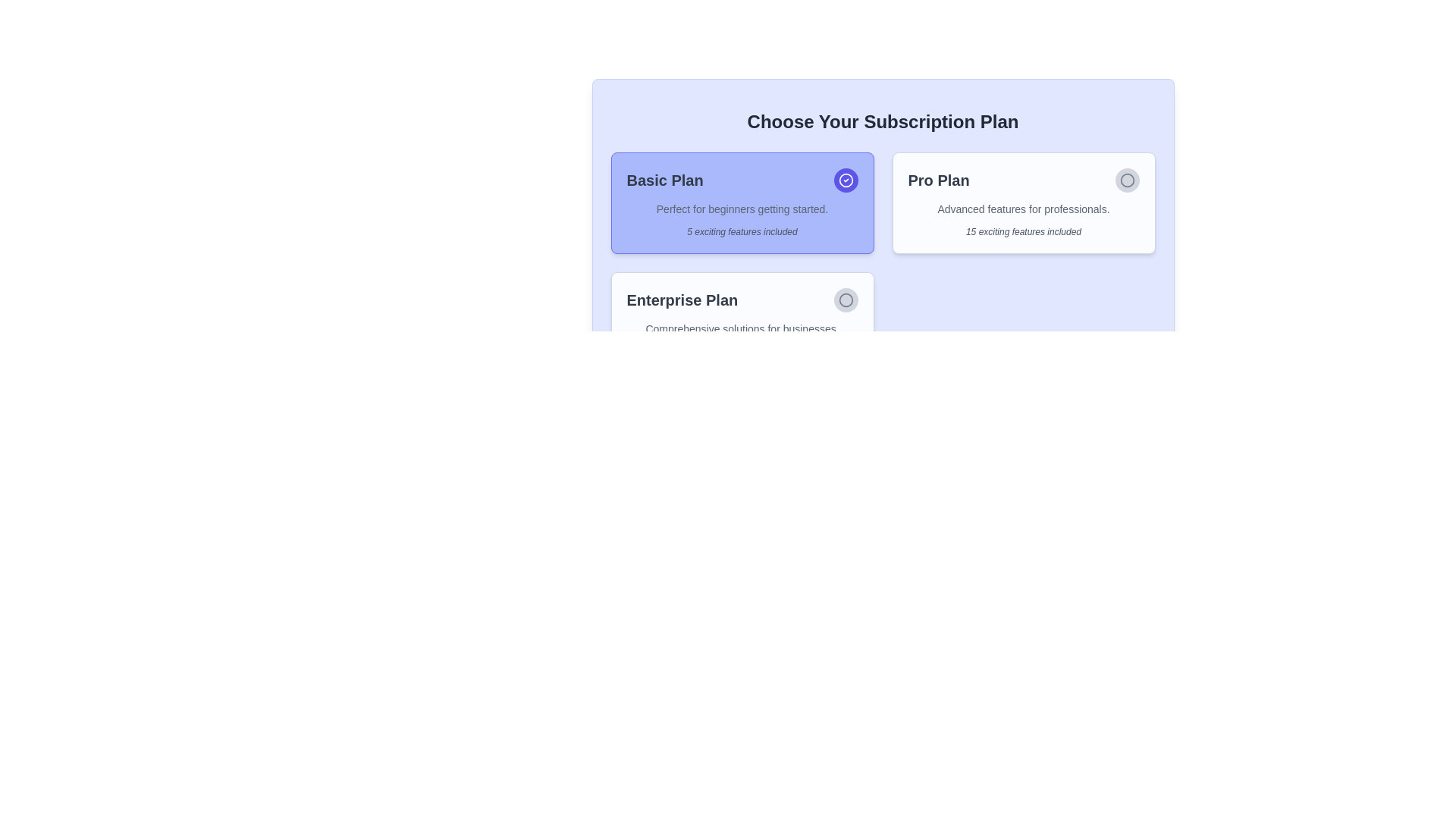 The image size is (1456, 819). I want to click on the status of the circular icon with a checkmark symbol in its center, styled in white on a purple background, located in the header section of the 'Basic Plan' card, positioned on the right side of the card title, so click(845, 180).